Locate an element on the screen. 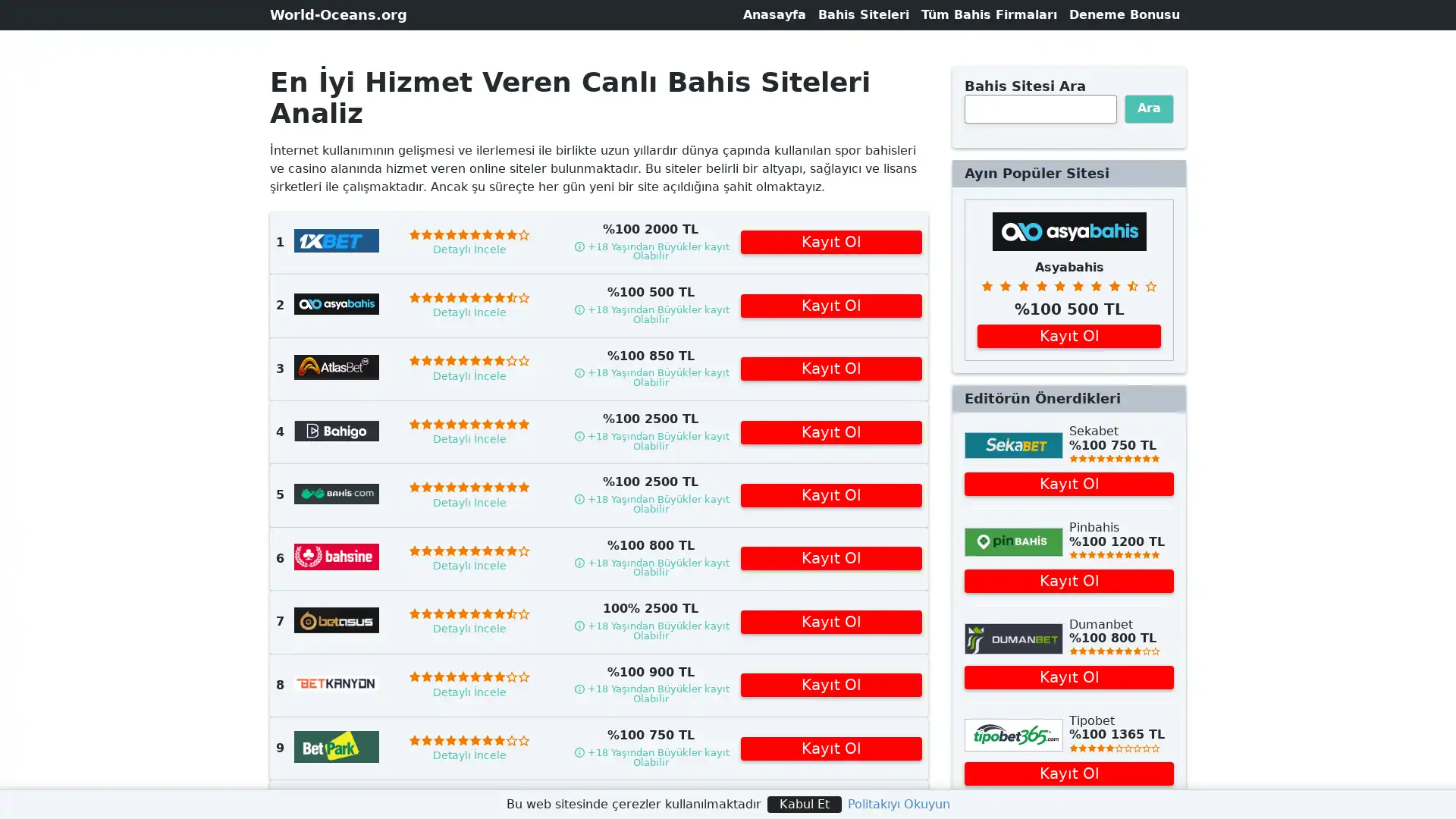  Load terms and conditions is located at coordinates (650, 629).